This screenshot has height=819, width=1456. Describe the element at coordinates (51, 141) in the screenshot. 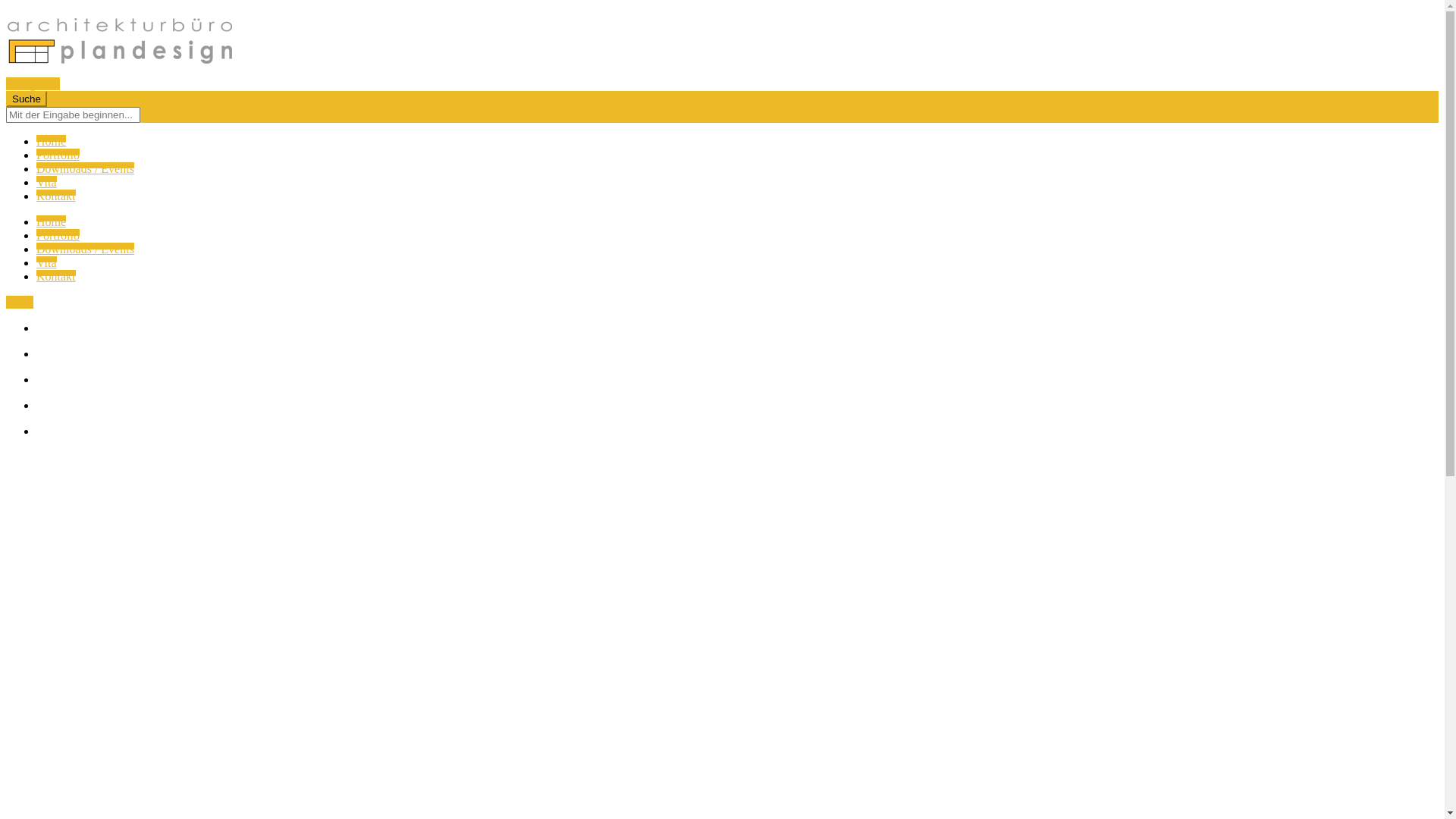

I see `'Home'` at that location.